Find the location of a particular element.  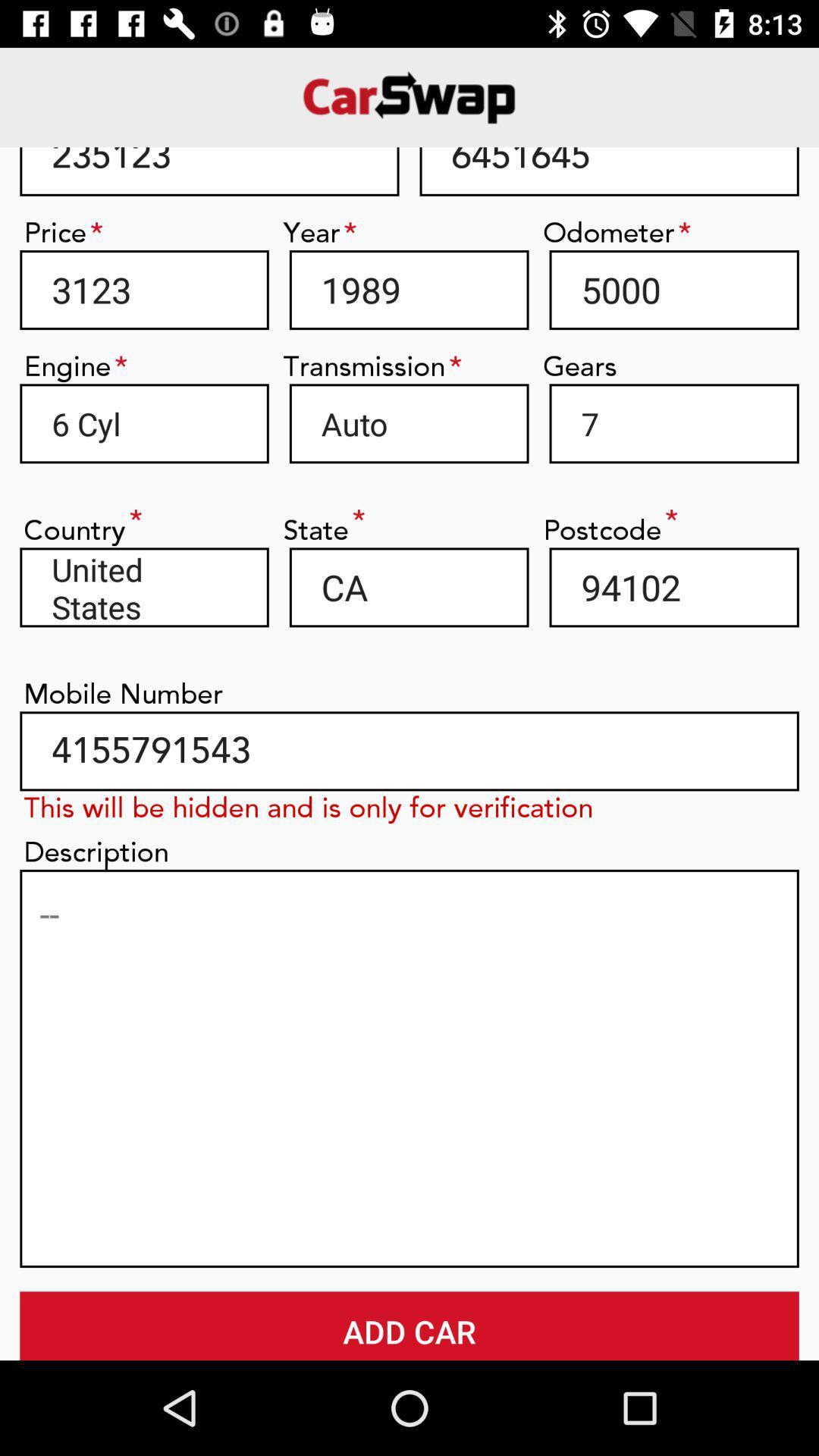

description box is located at coordinates (409, 1068).